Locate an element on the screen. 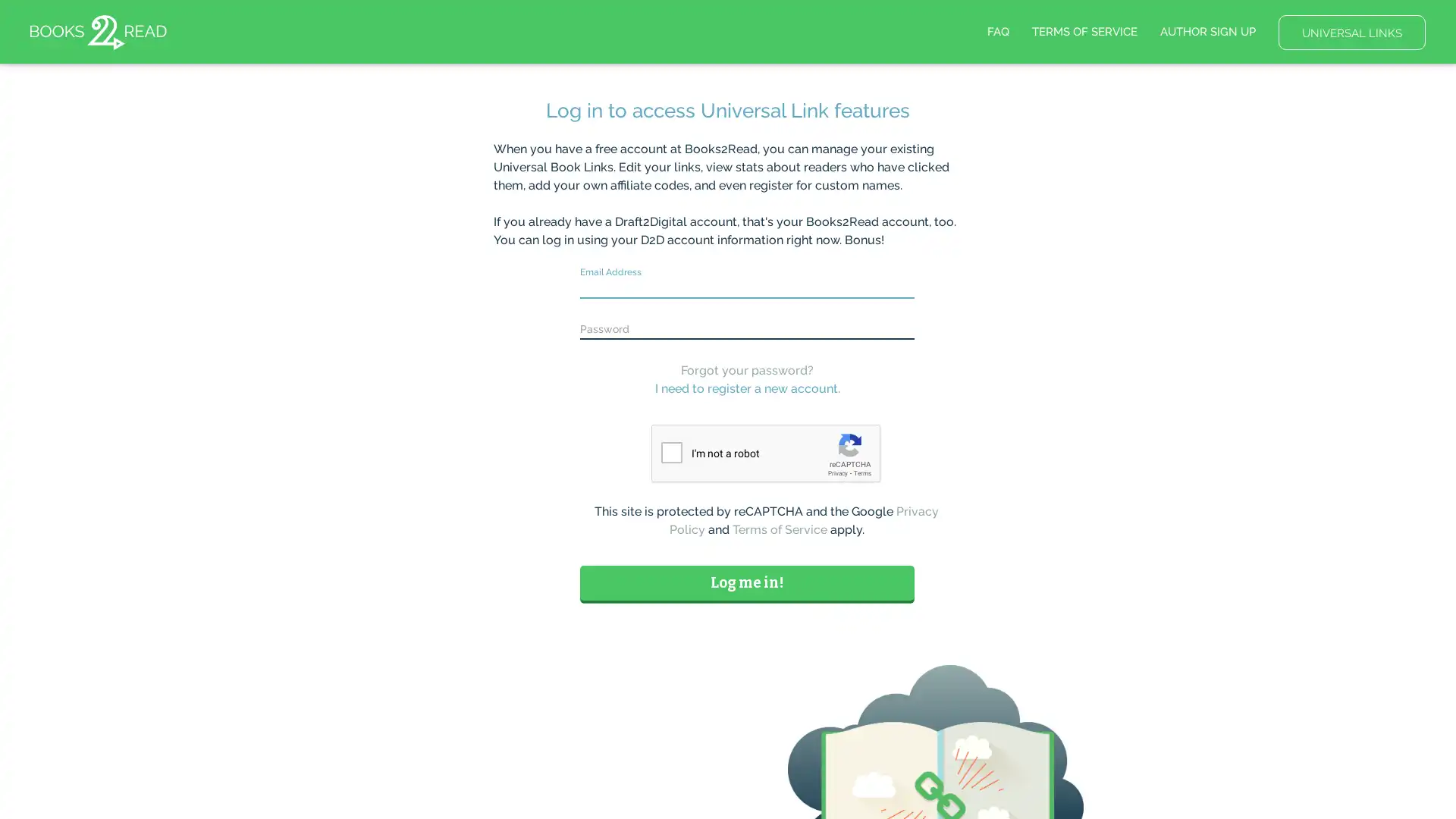 This screenshot has height=819, width=1456. Log me in! is located at coordinates (747, 582).